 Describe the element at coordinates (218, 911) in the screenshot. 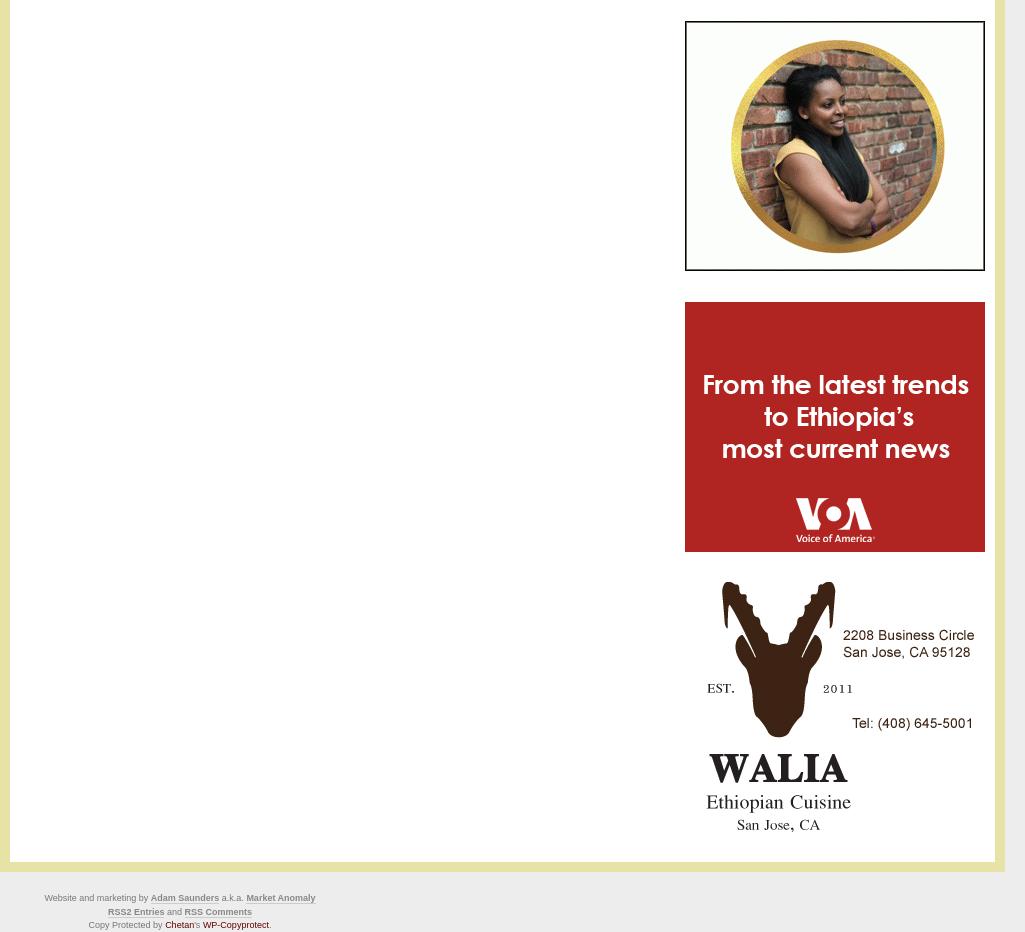

I see `'RSS Comments'` at that location.